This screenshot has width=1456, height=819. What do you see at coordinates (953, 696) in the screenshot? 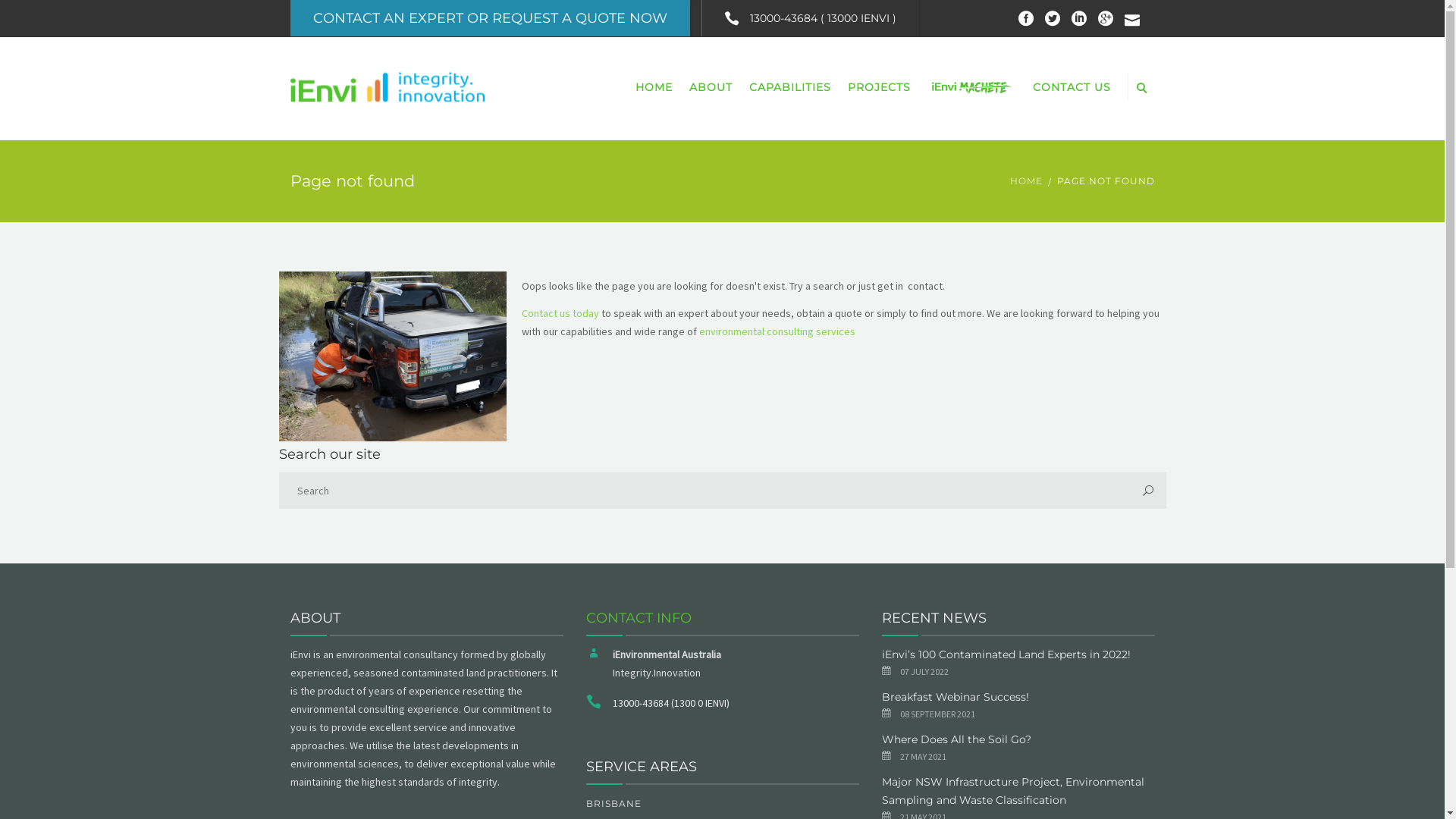
I see `'Breakfast Webinar Success!'` at bounding box center [953, 696].